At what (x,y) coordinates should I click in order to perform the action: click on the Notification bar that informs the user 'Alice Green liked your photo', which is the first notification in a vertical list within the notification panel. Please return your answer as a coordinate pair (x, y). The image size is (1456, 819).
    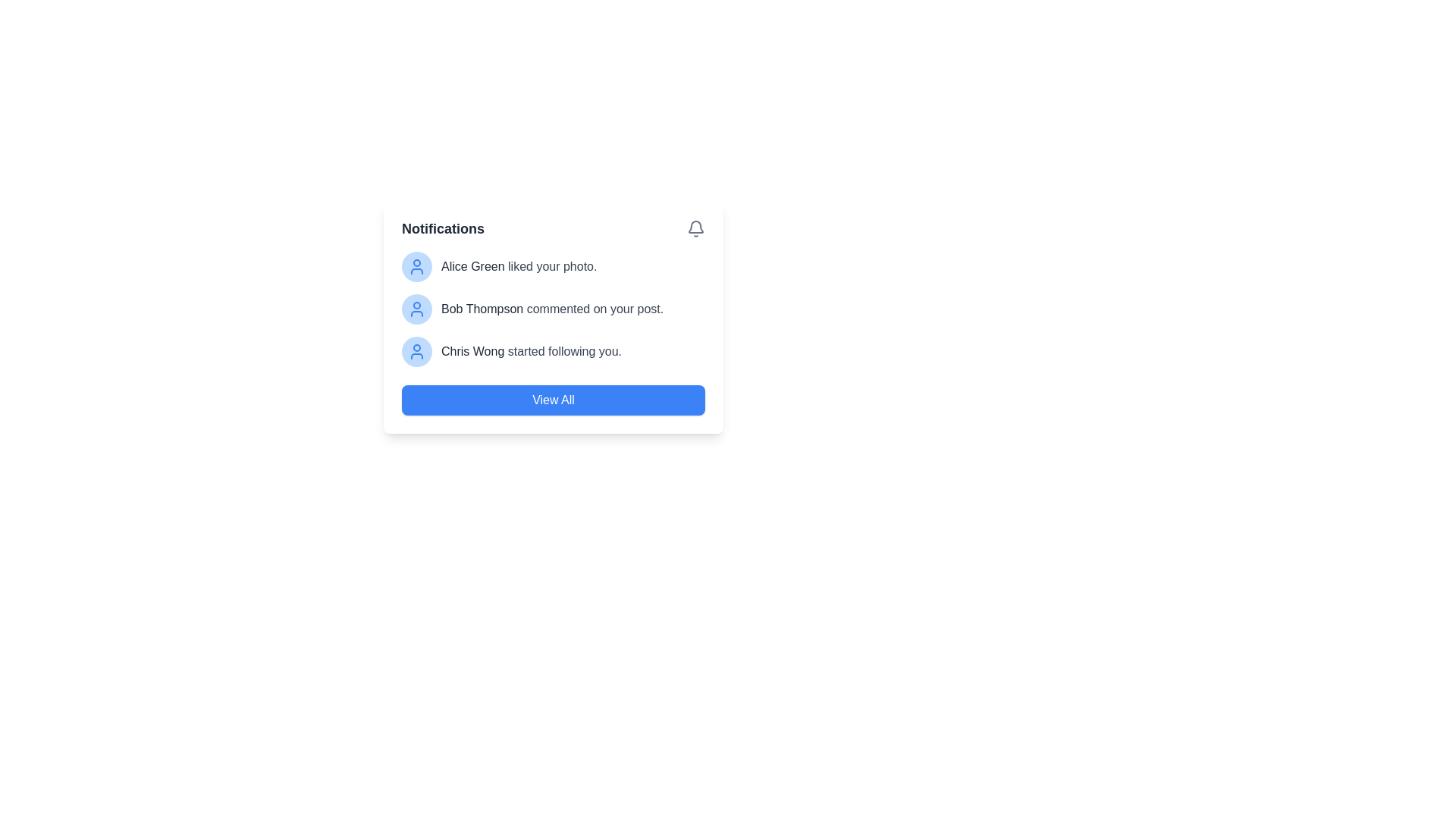
    Looking at the image, I should click on (552, 265).